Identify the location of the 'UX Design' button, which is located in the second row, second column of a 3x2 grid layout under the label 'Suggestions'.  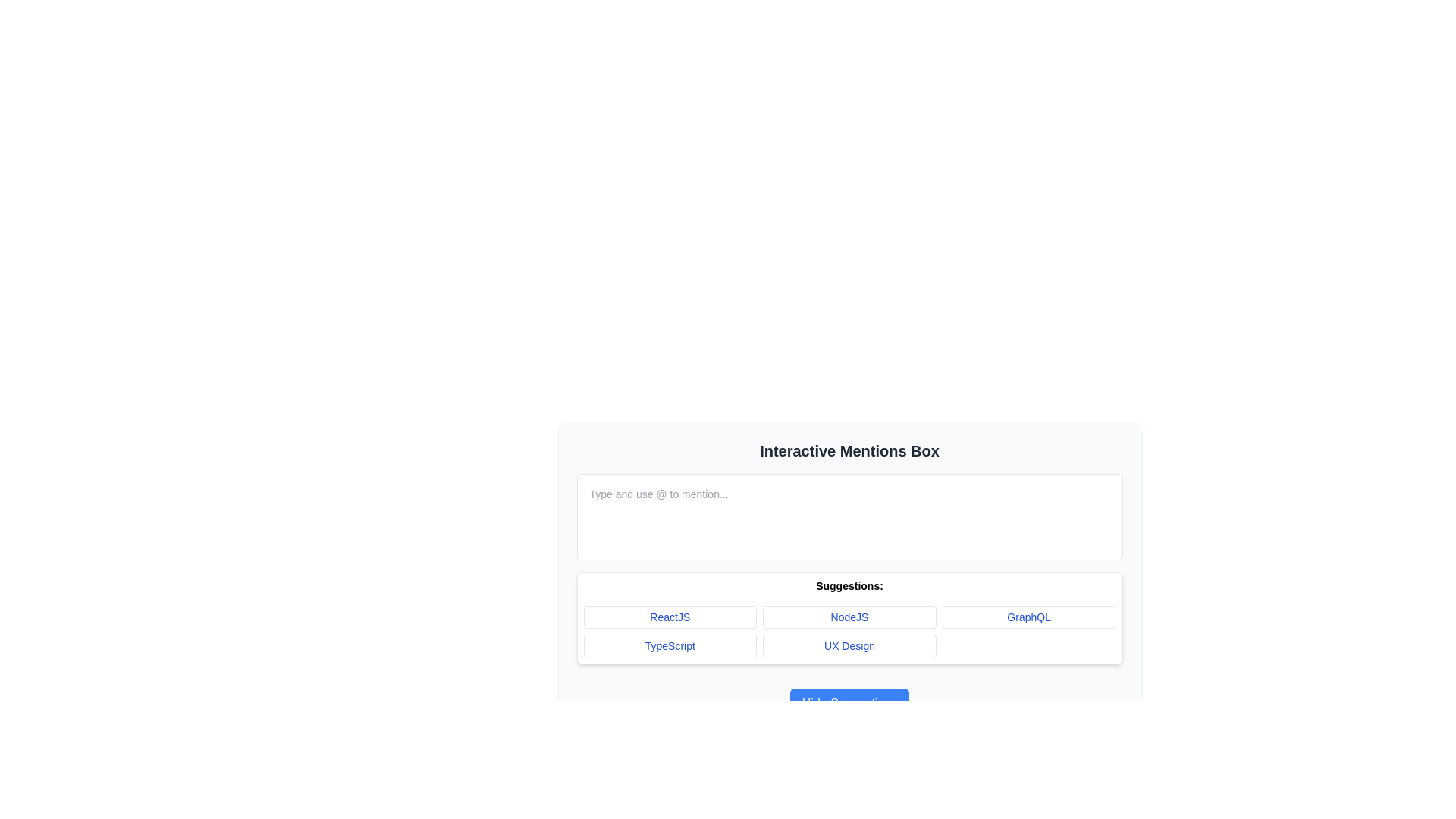
(849, 646).